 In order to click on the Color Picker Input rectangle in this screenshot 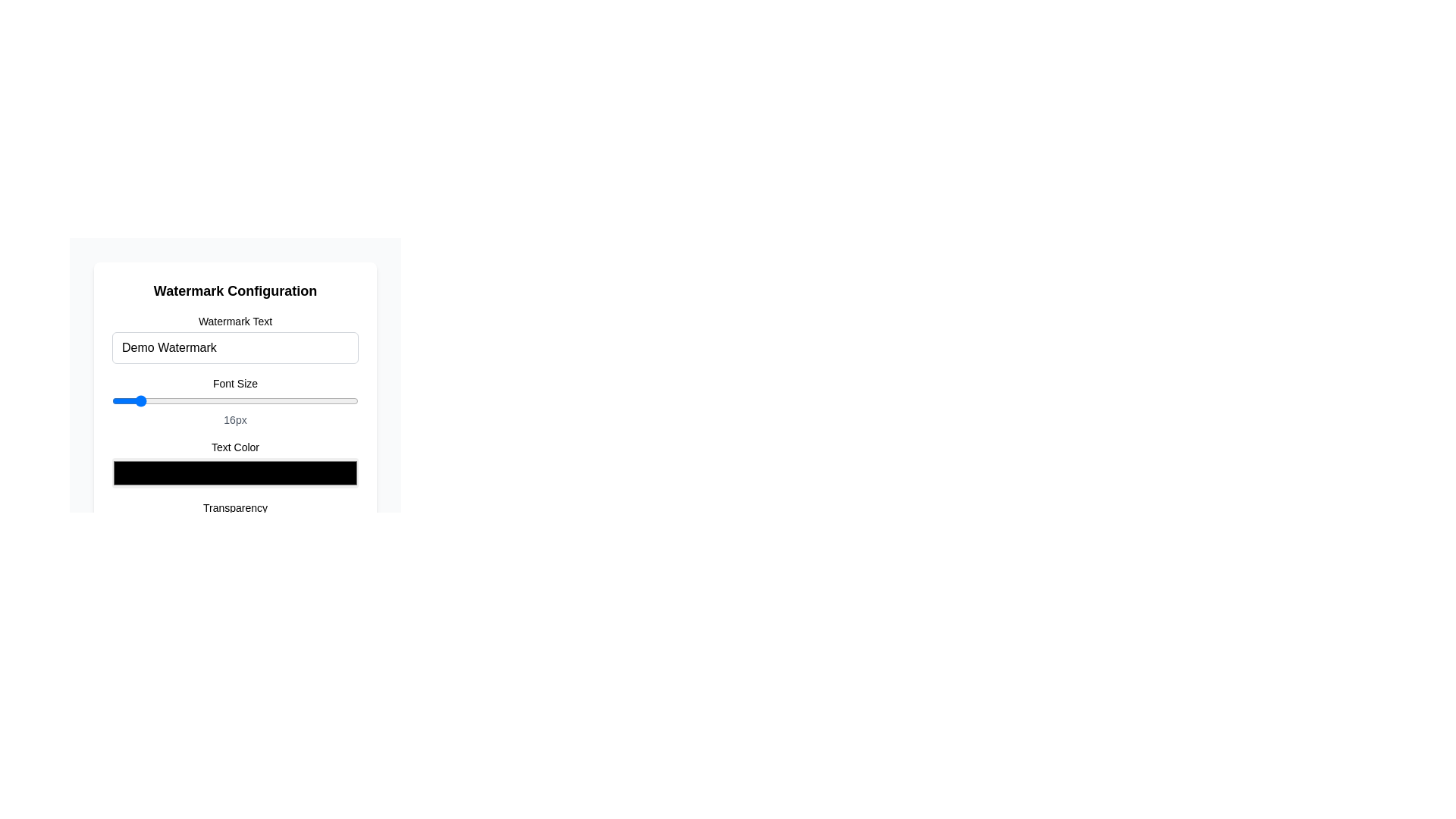, I will do `click(234, 463)`.